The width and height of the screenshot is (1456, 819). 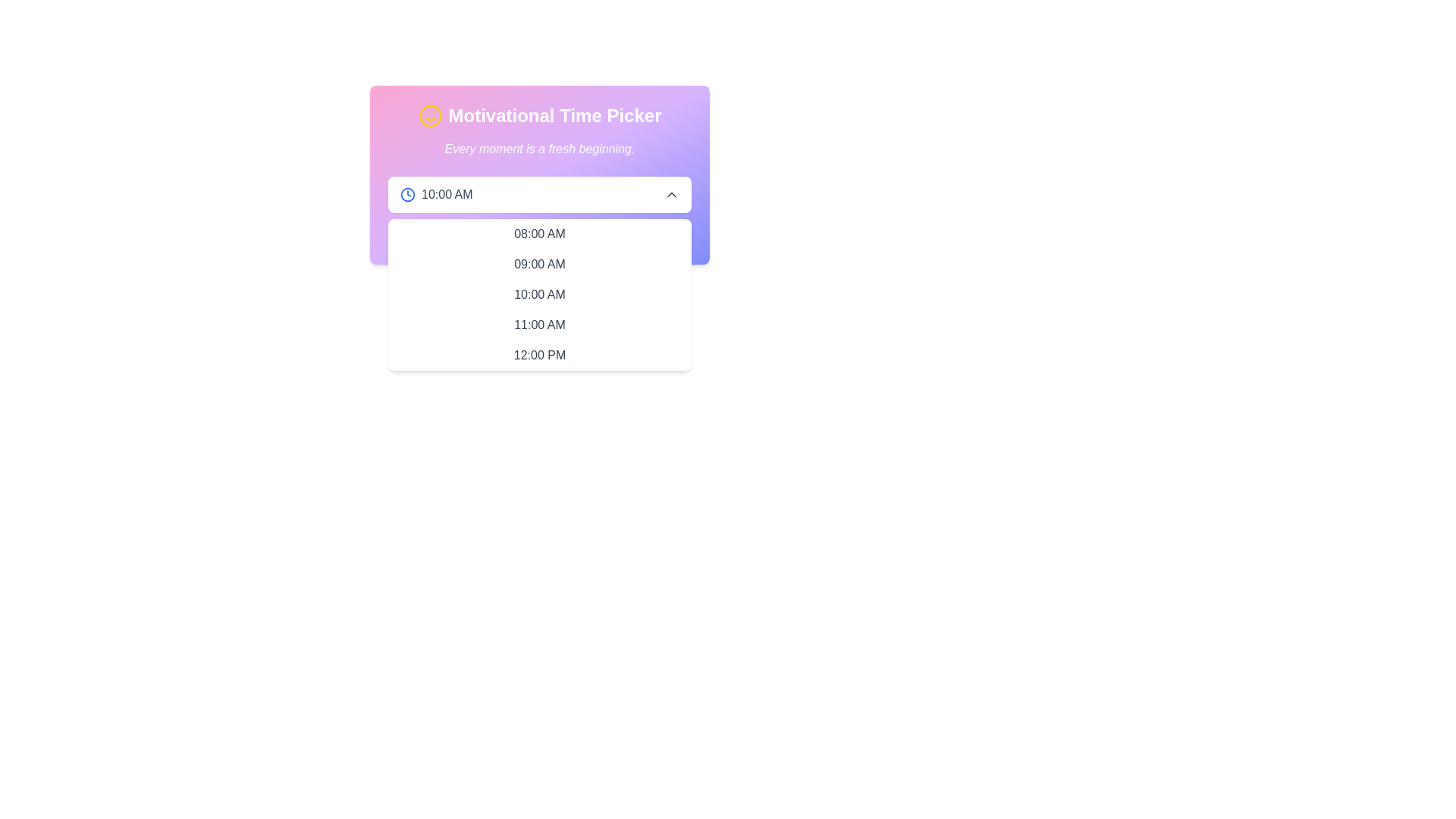 I want to click on the centrally located dropdown selector in the 'Motivational Time Picker' panel, so click(x=539, y=194).